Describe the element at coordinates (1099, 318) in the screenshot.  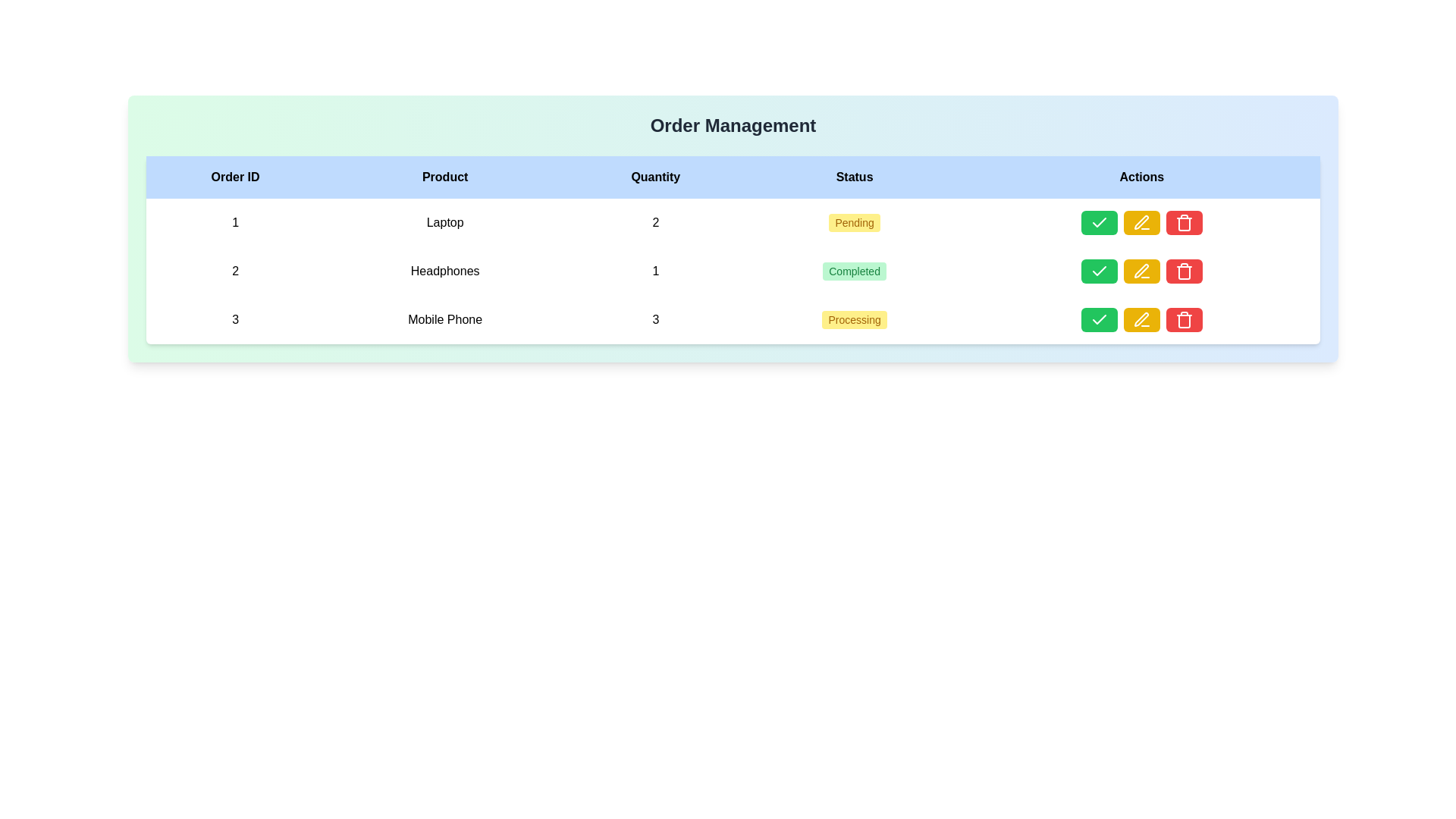
I see `the green confirmation button located in the 'Actions' column of the third row of the table` at that location.